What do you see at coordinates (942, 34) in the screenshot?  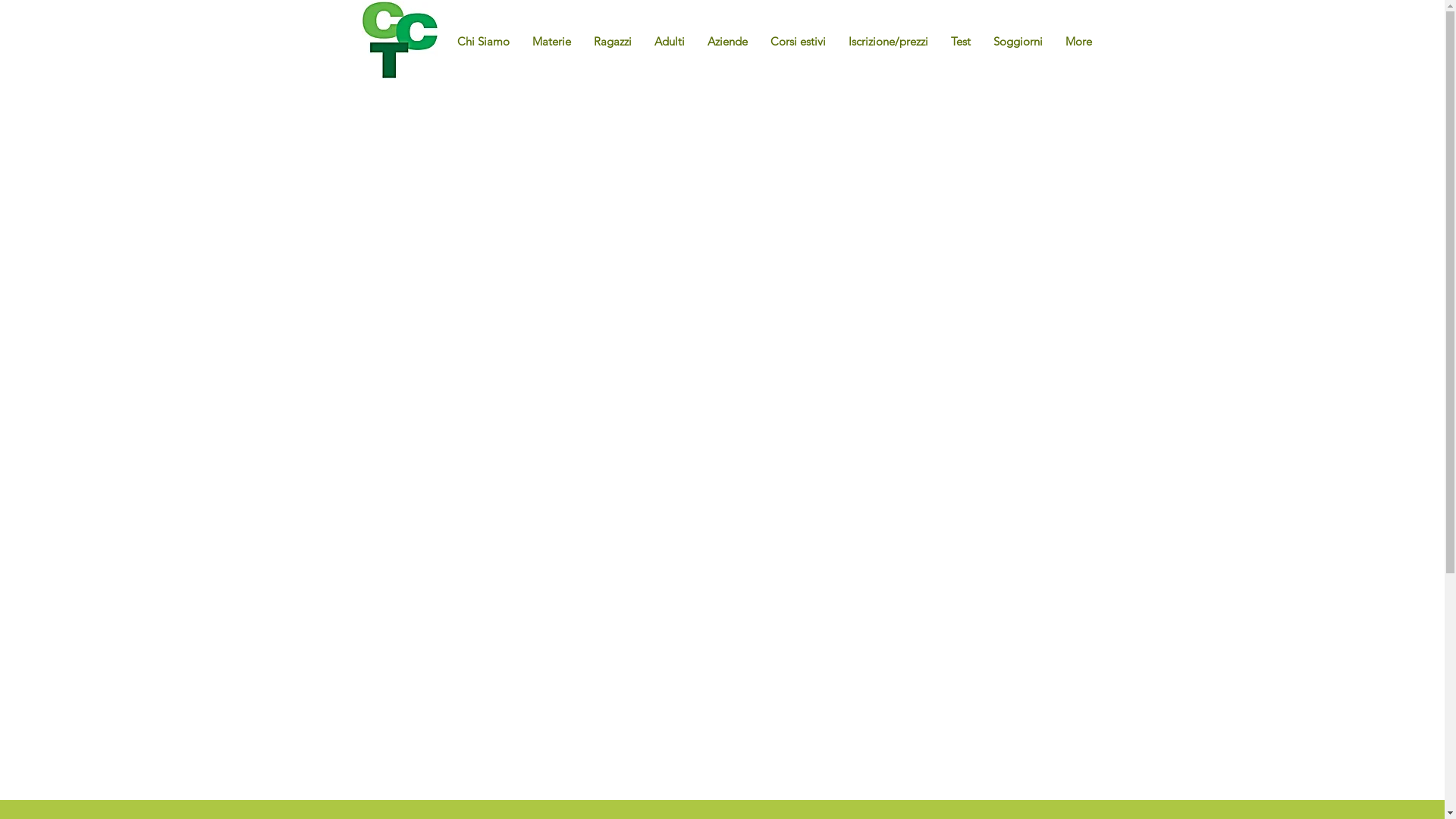 I see `'Soggiorni'` at bounding box center [942, 34].